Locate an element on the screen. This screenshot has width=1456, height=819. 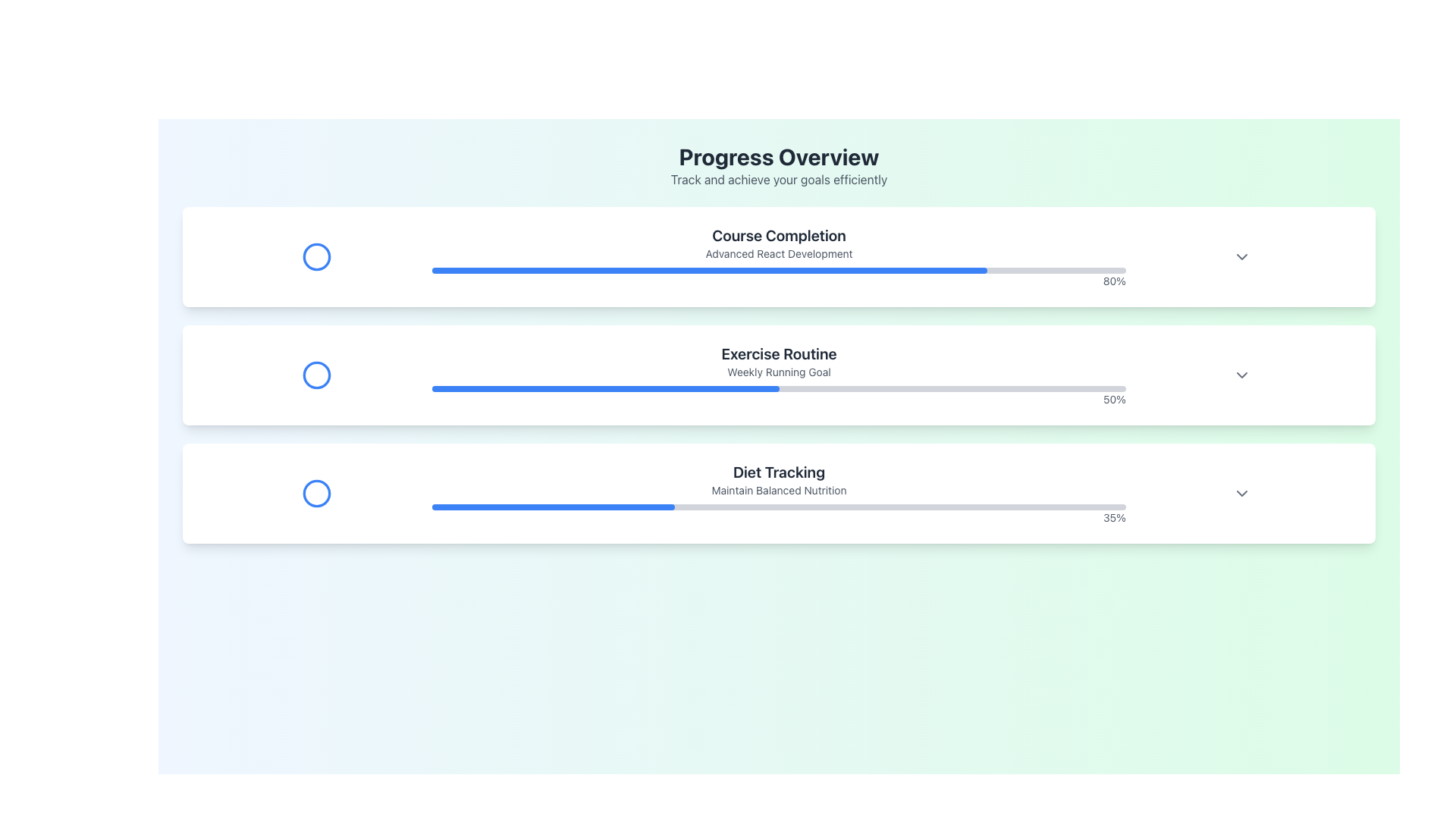
completion percentage displayed as '35%' on the right end of the progress bar in the 'Diet Tracking' section is located at coordinates (779, 513).